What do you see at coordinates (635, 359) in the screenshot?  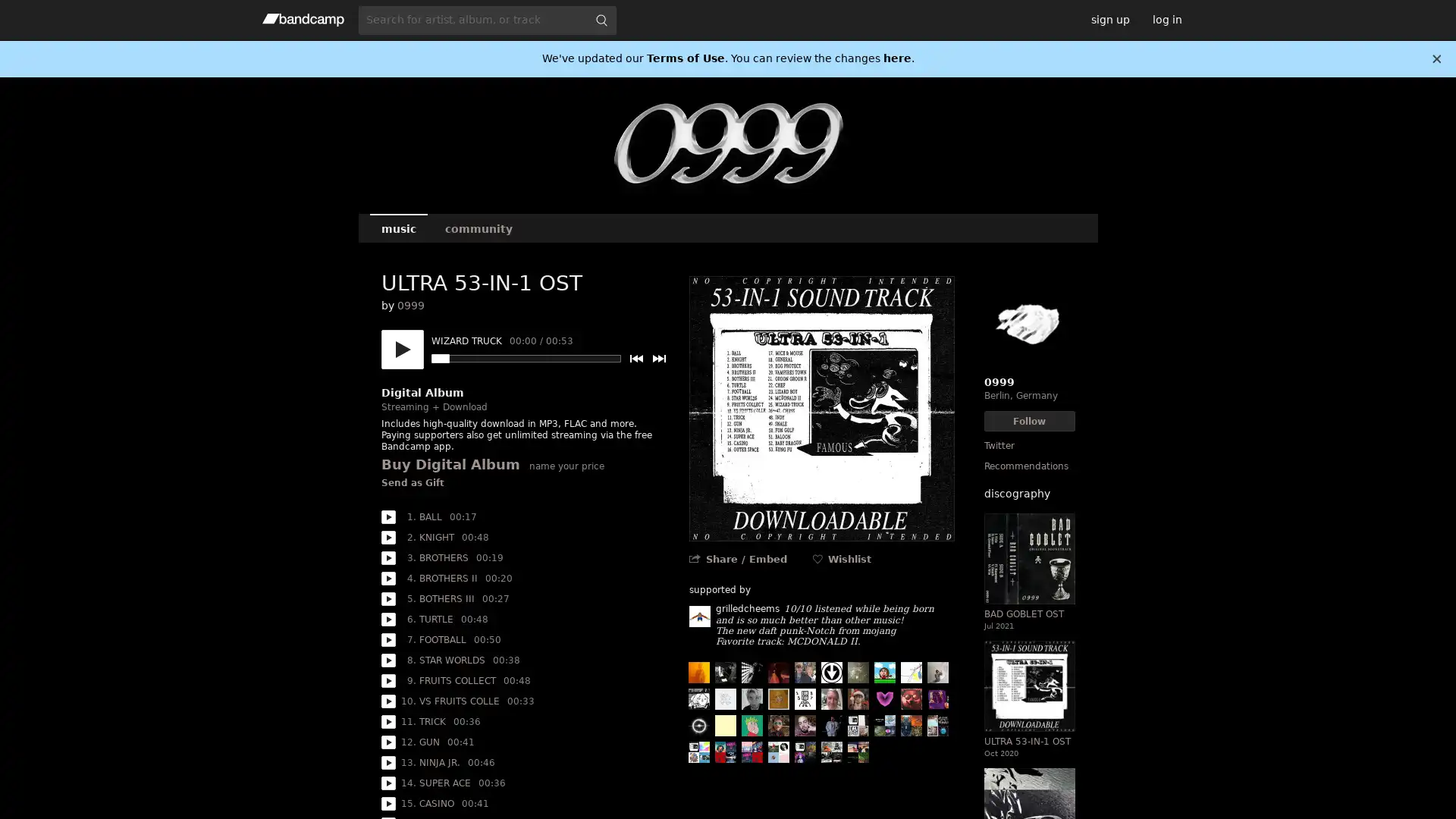 I see `Previous track` at bounding box center [635, 359].